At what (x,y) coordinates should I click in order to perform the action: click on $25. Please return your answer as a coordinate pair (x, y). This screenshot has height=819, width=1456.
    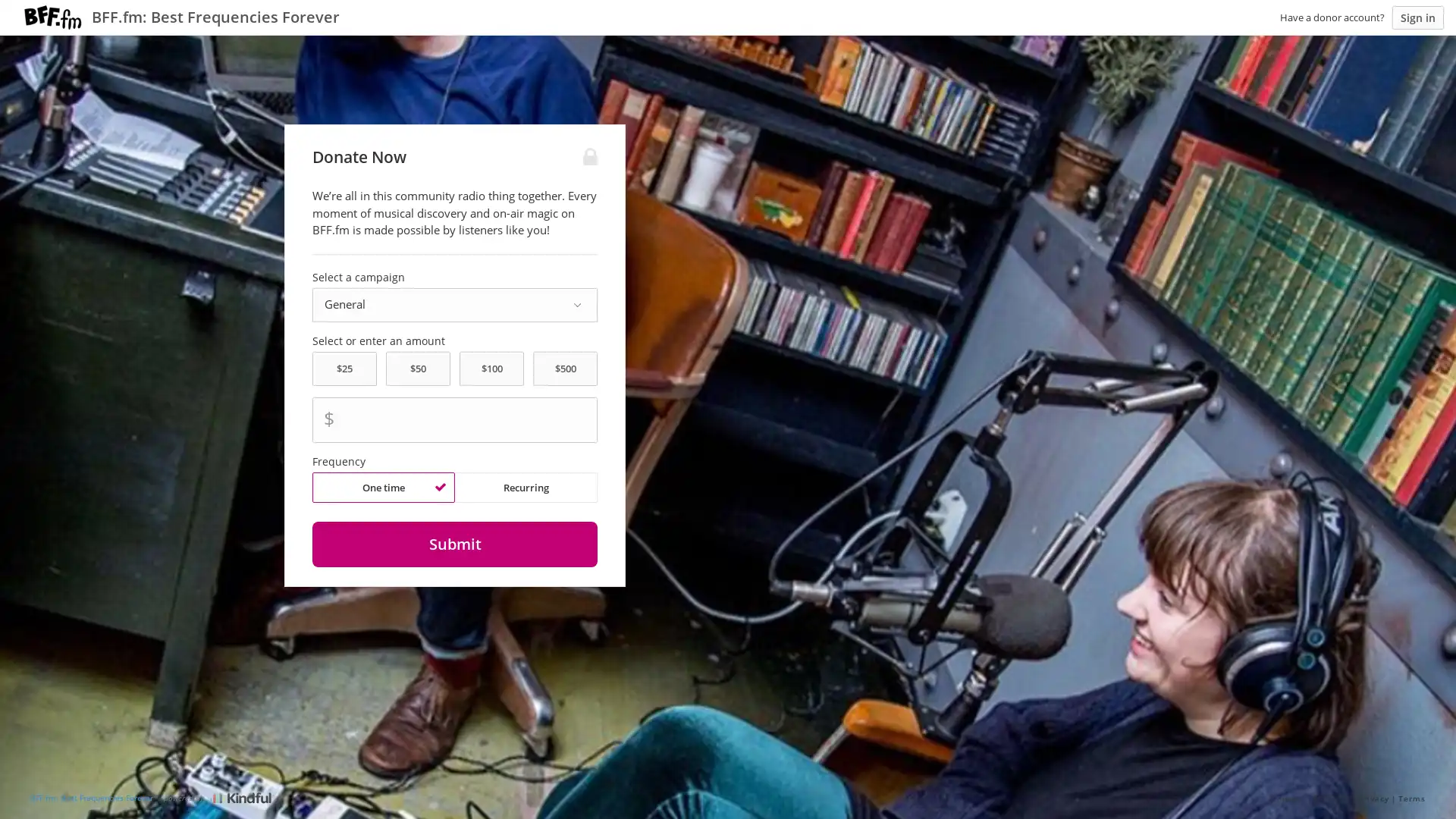
    Looking at the image, I should click on (343, 368).